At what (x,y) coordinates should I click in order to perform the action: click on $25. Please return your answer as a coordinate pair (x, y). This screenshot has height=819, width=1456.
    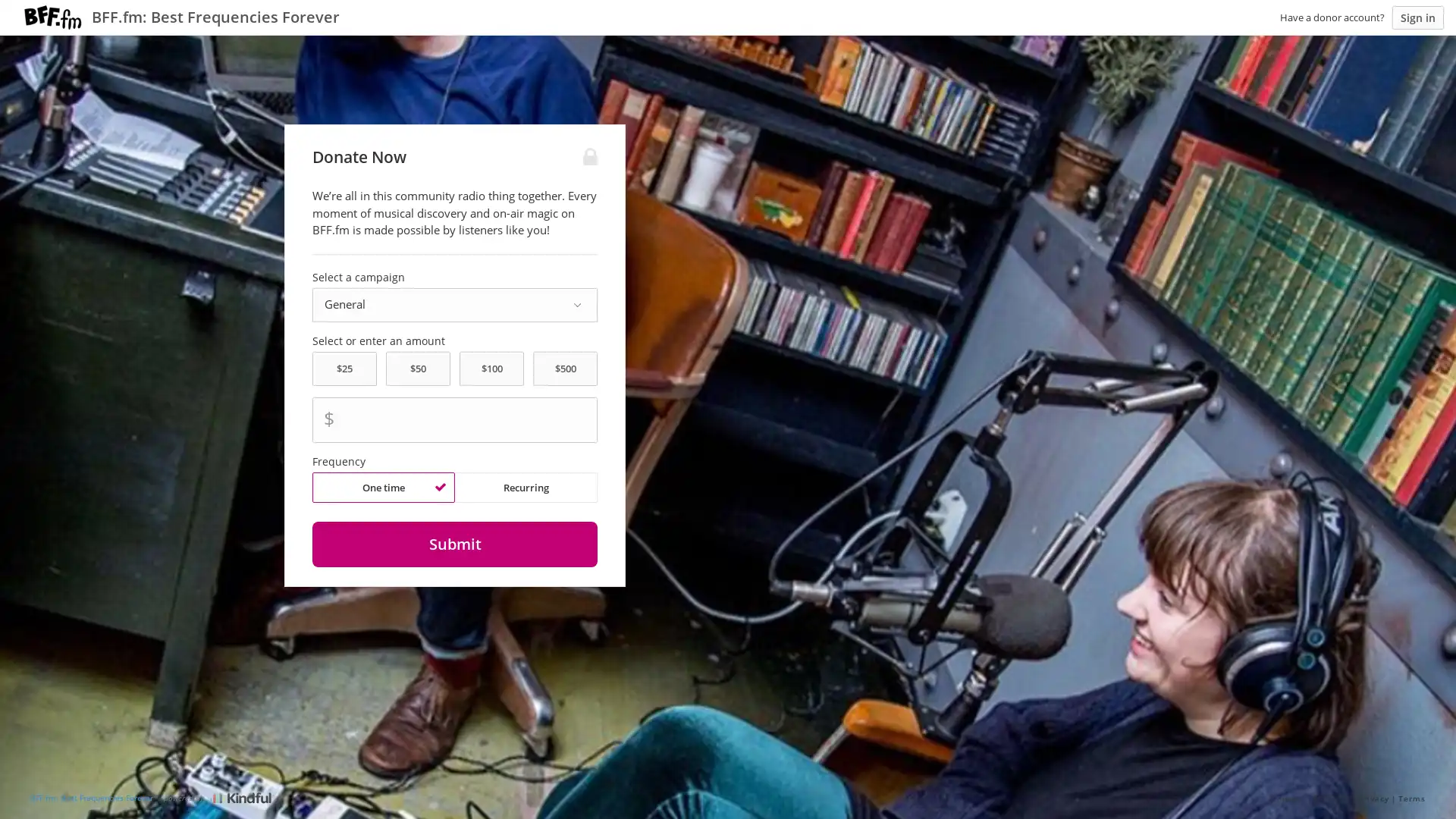
    Looking at the image, I should click on (343, 368).